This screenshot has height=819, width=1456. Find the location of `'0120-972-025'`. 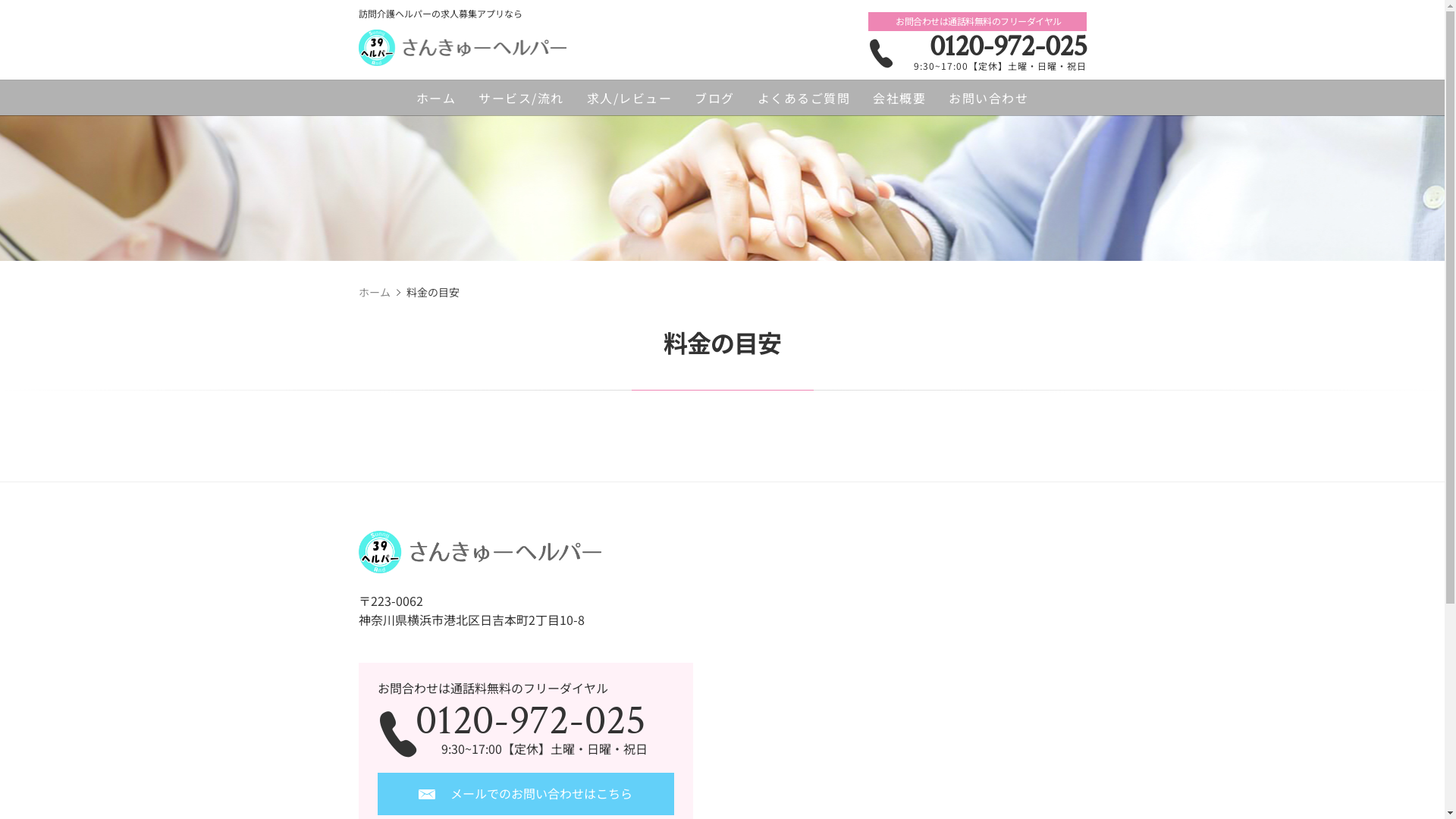

'0120-972-025' is located at coordinates (976, 45).